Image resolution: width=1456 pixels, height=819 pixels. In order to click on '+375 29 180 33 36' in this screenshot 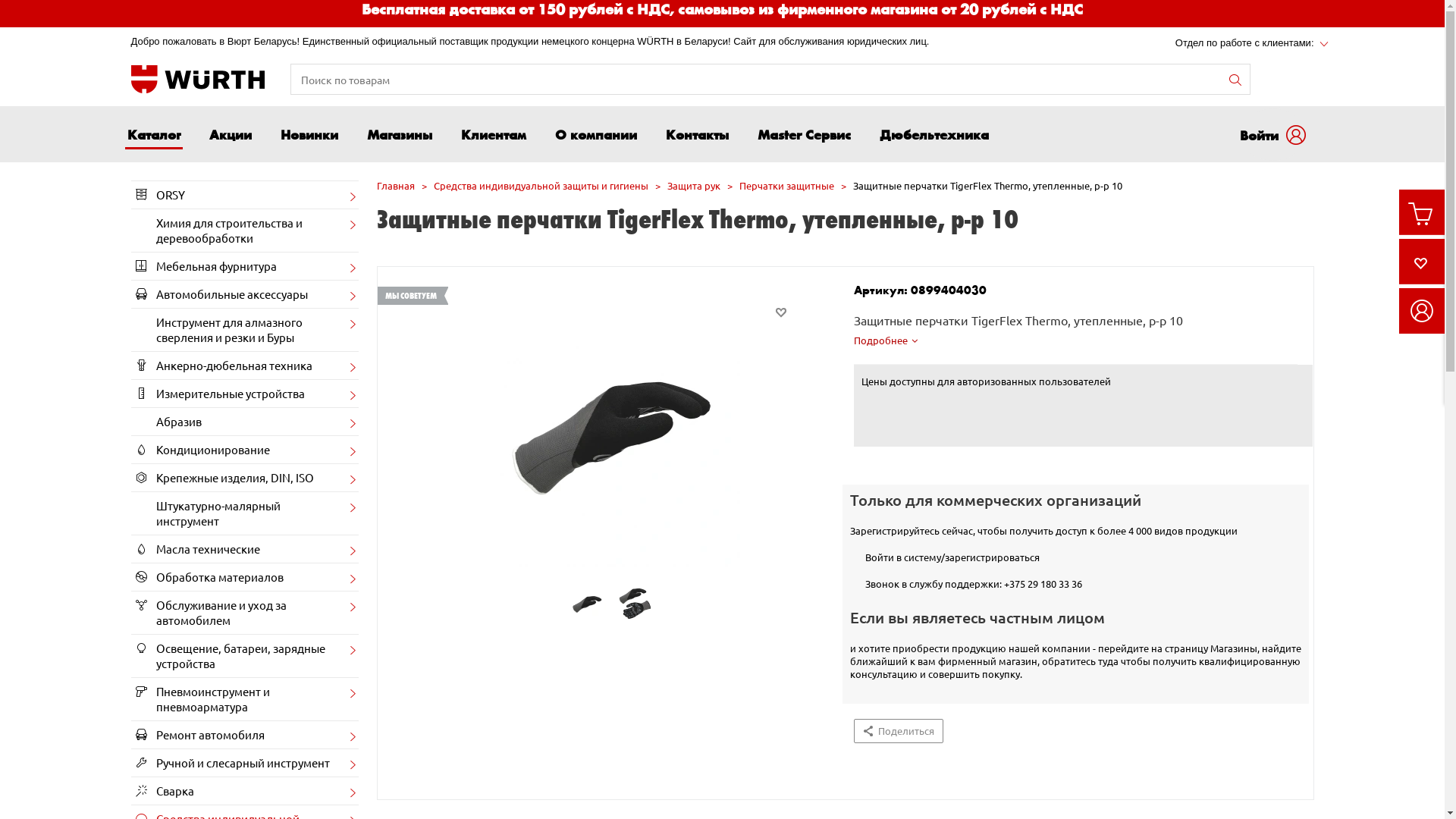, I will do `click(1042, 582)`.